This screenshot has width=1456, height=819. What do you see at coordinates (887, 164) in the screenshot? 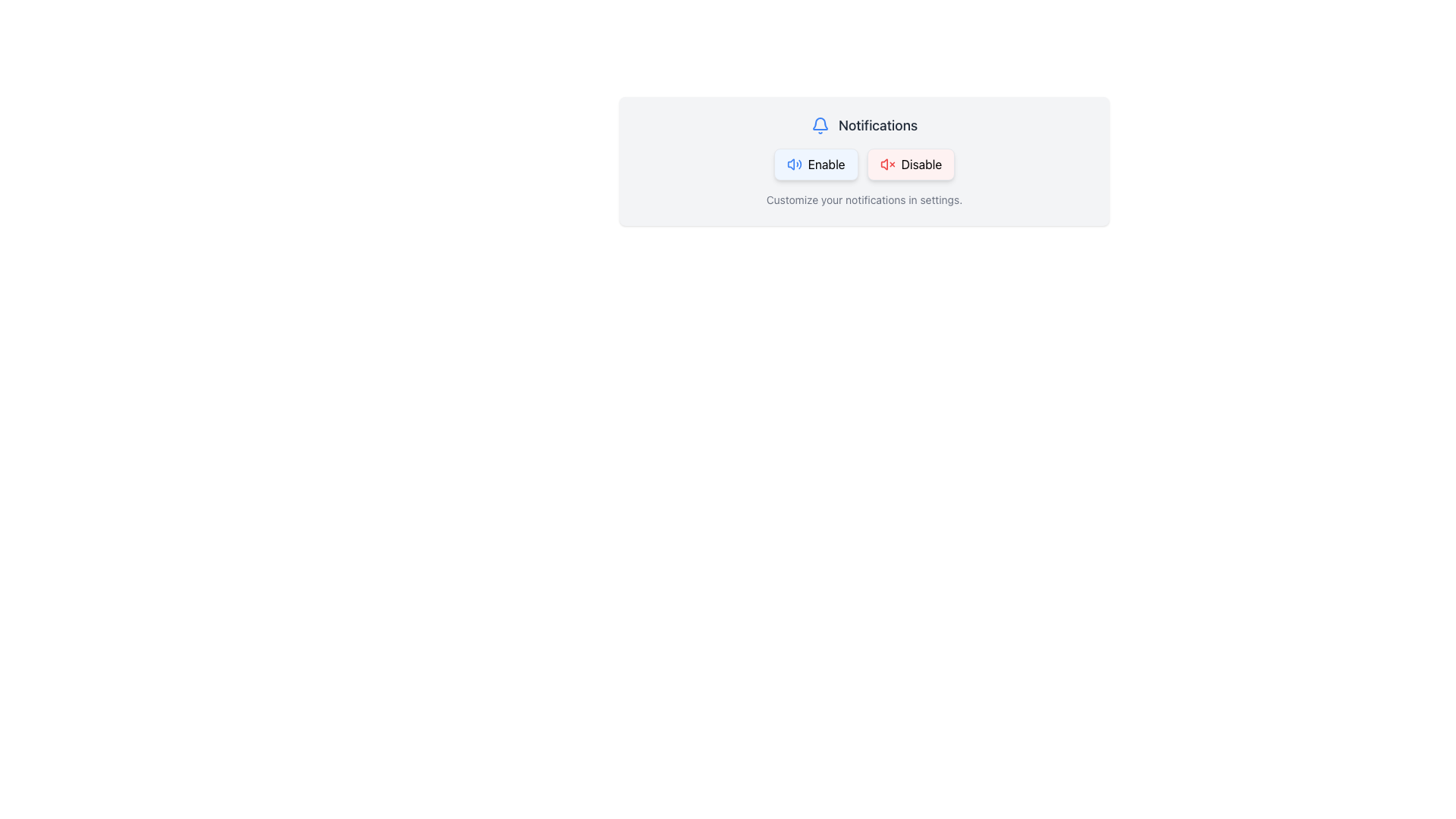
I see `the 'Disable' icon located inside the red button` at bounding box center [887, 164].